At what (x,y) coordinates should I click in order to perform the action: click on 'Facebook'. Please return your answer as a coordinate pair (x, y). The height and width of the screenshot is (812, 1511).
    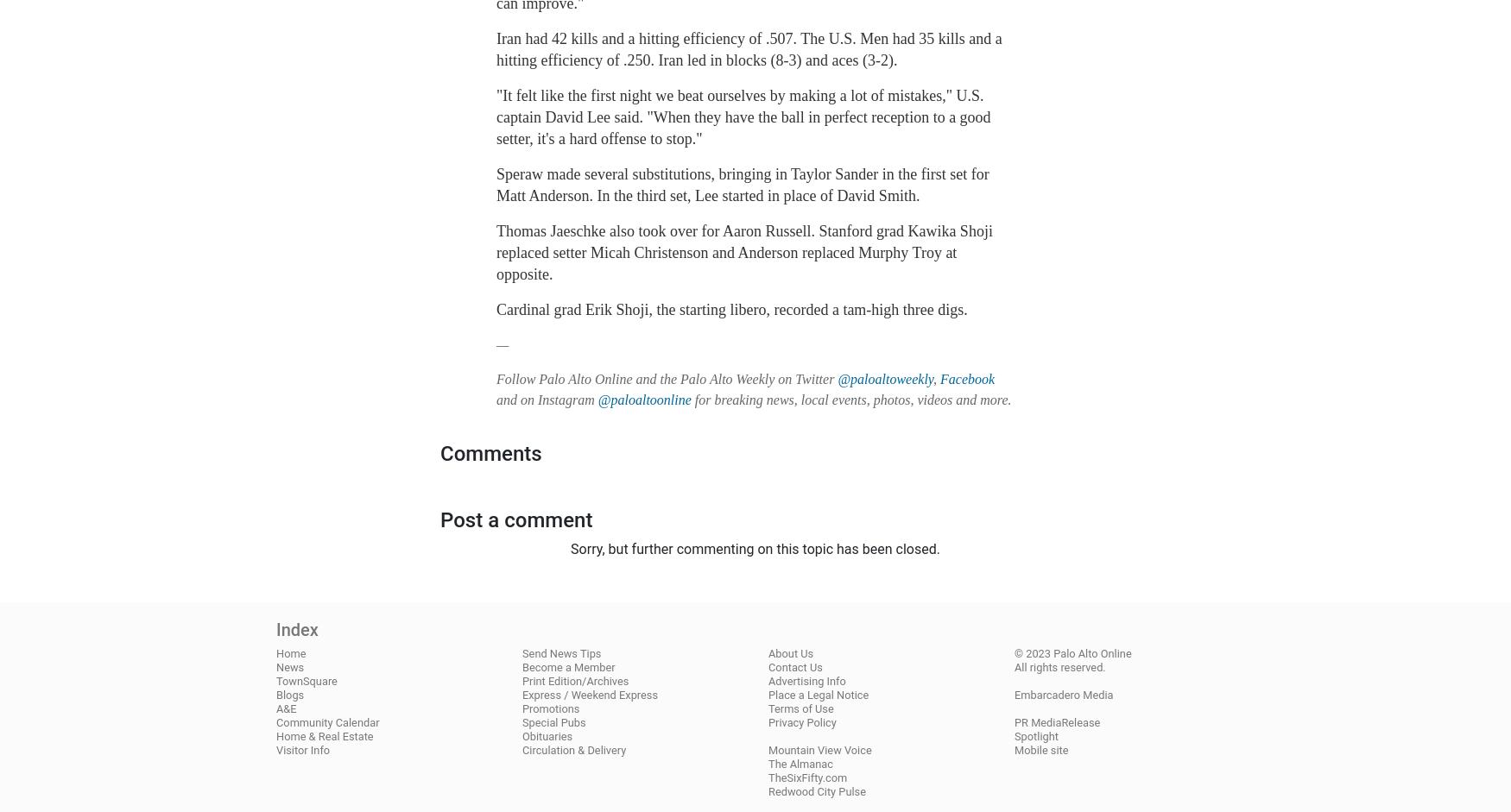
    Looking at the image, I should click on (940, 379).